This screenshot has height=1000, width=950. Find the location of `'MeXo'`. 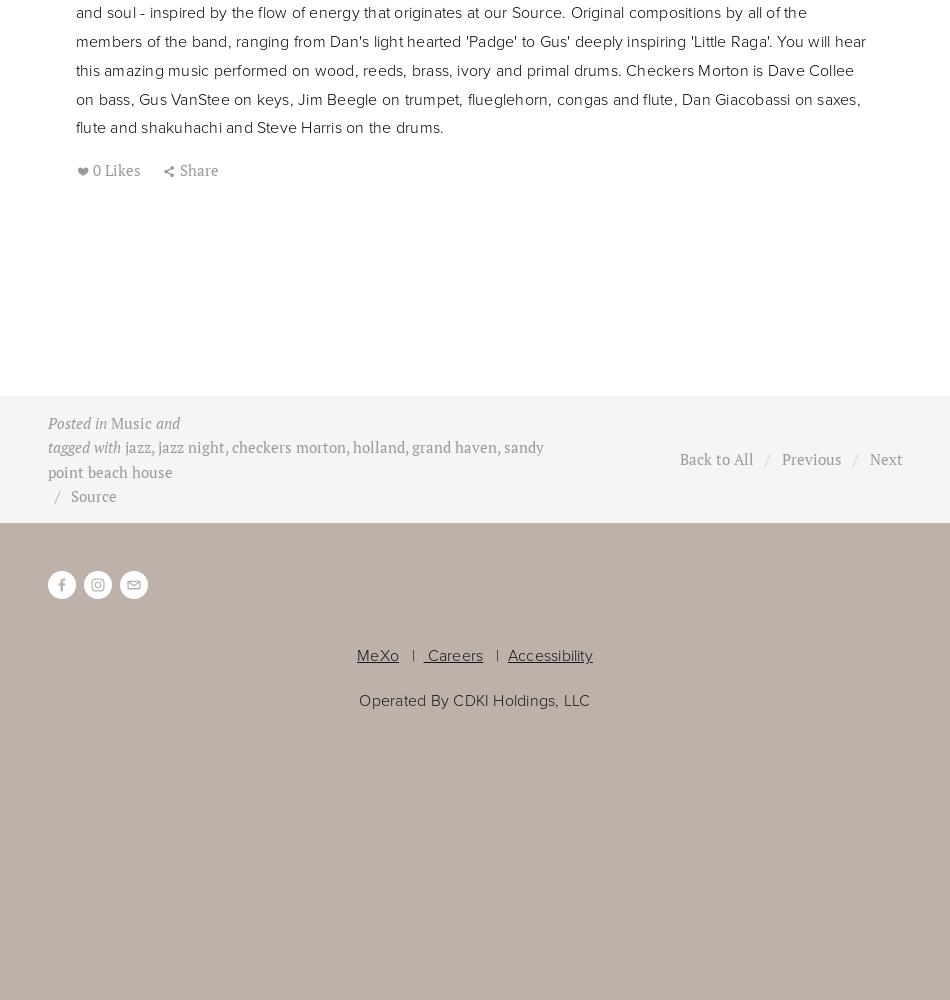

'MeXo' is located at coordinates (377, 655).